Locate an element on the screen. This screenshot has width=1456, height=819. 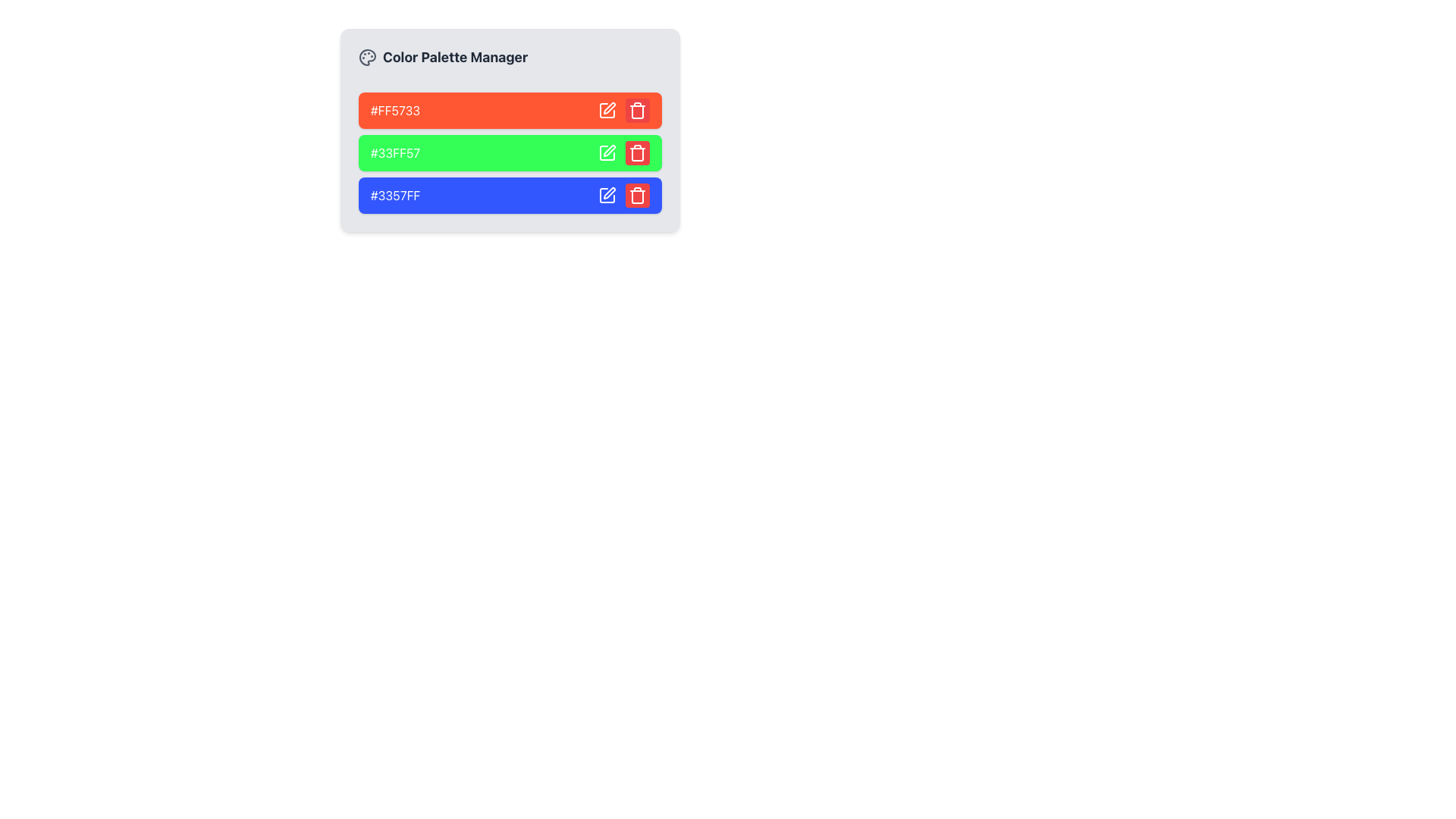
the color block represented by the second list item in the 'Color Palette Manager', which has a green background and displays the text '#33FF57' is located at coordinates (510, 152).